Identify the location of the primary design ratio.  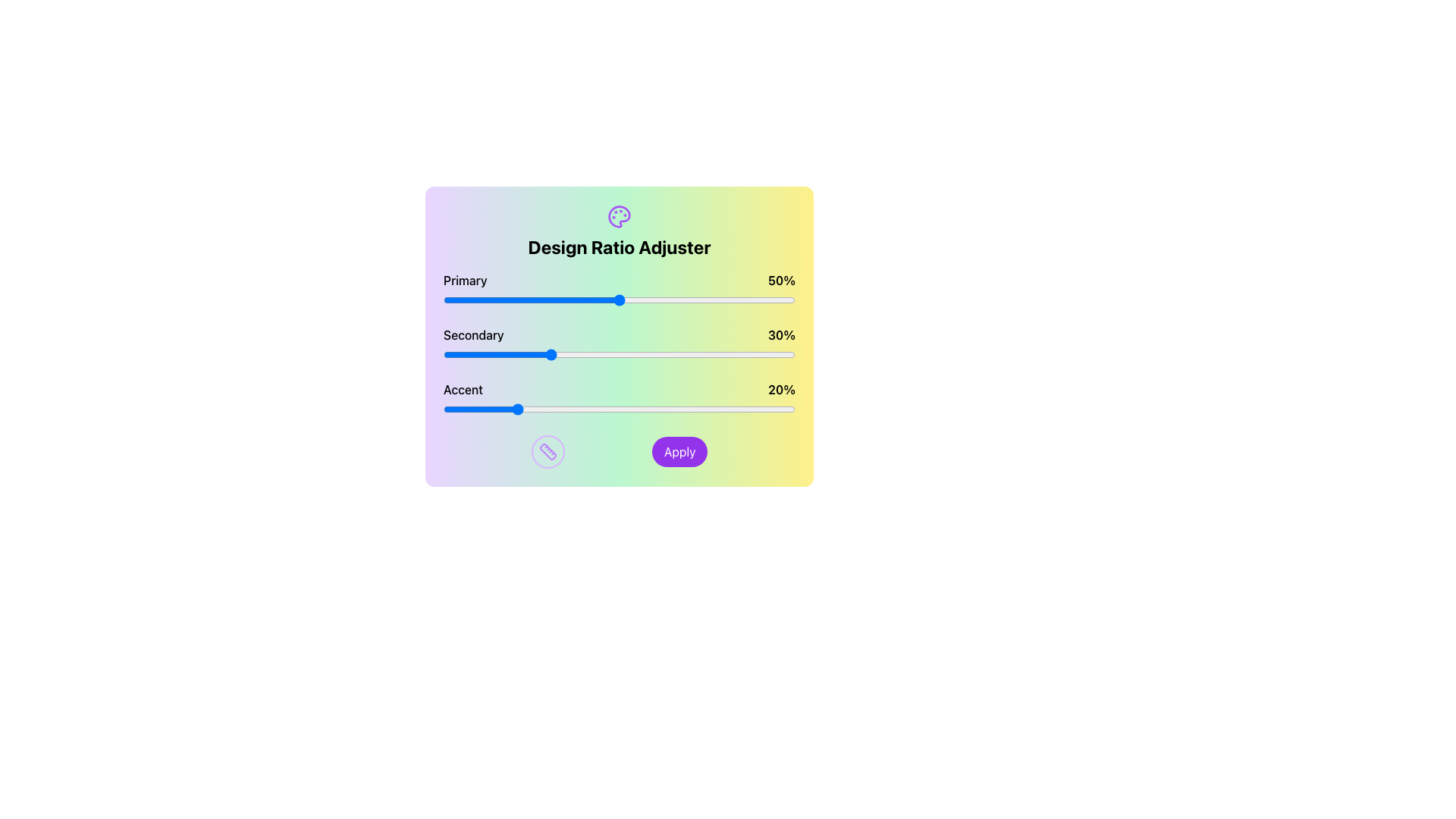
(633, 300).